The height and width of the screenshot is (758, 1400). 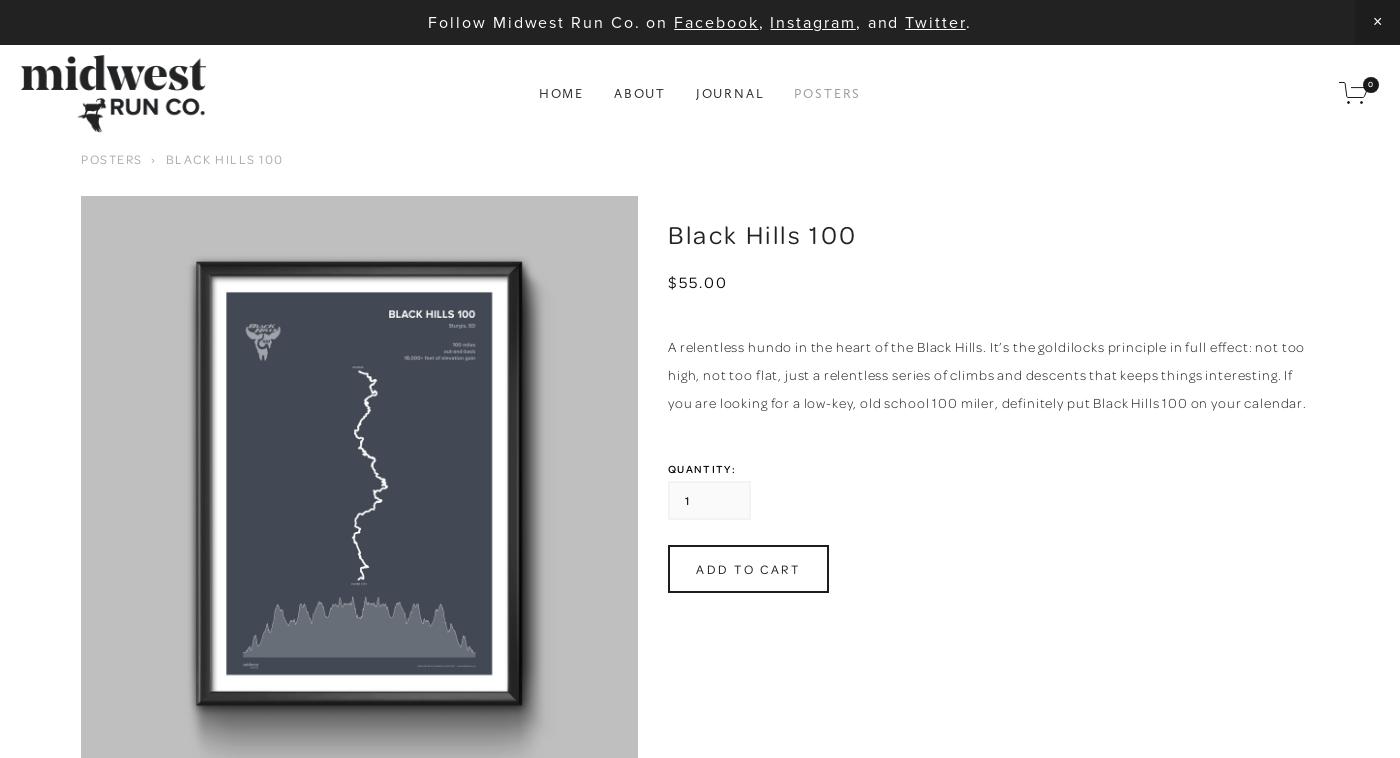 I want to click on 'A relentless hundo in the heart of the Black Hills. It’s the goldilocks principle in full effect: not too high, not too flat, just a relentless series of climbs and descents that keeps things interesting. If you are looking for a low-key, old school 100 miler, definitely put Black Hills 100 on your calendar.', so click(x=987, y=373).